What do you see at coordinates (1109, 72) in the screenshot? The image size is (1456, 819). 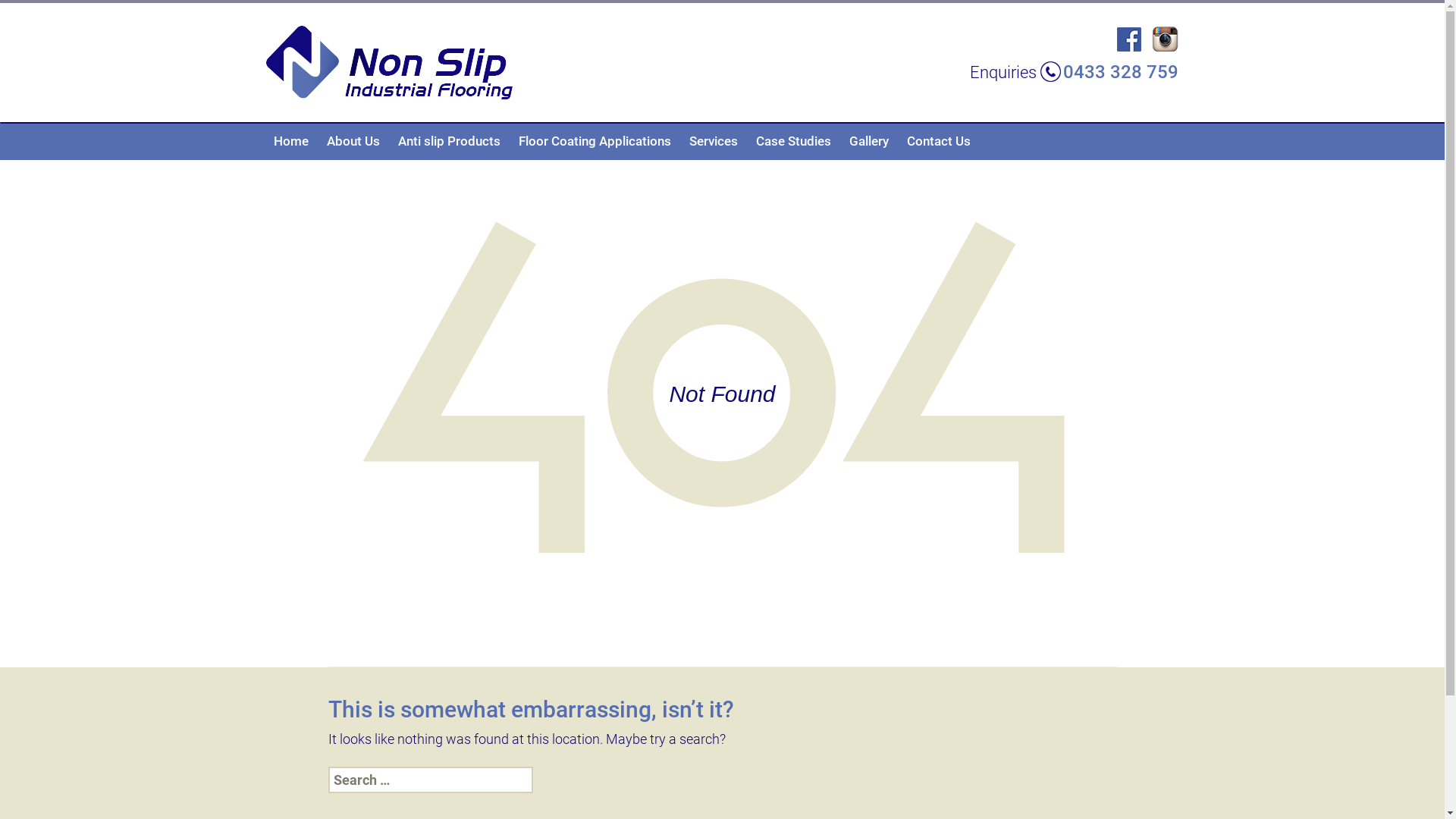 I see `'0433 328 759'` at bounding box center [1109, 72].